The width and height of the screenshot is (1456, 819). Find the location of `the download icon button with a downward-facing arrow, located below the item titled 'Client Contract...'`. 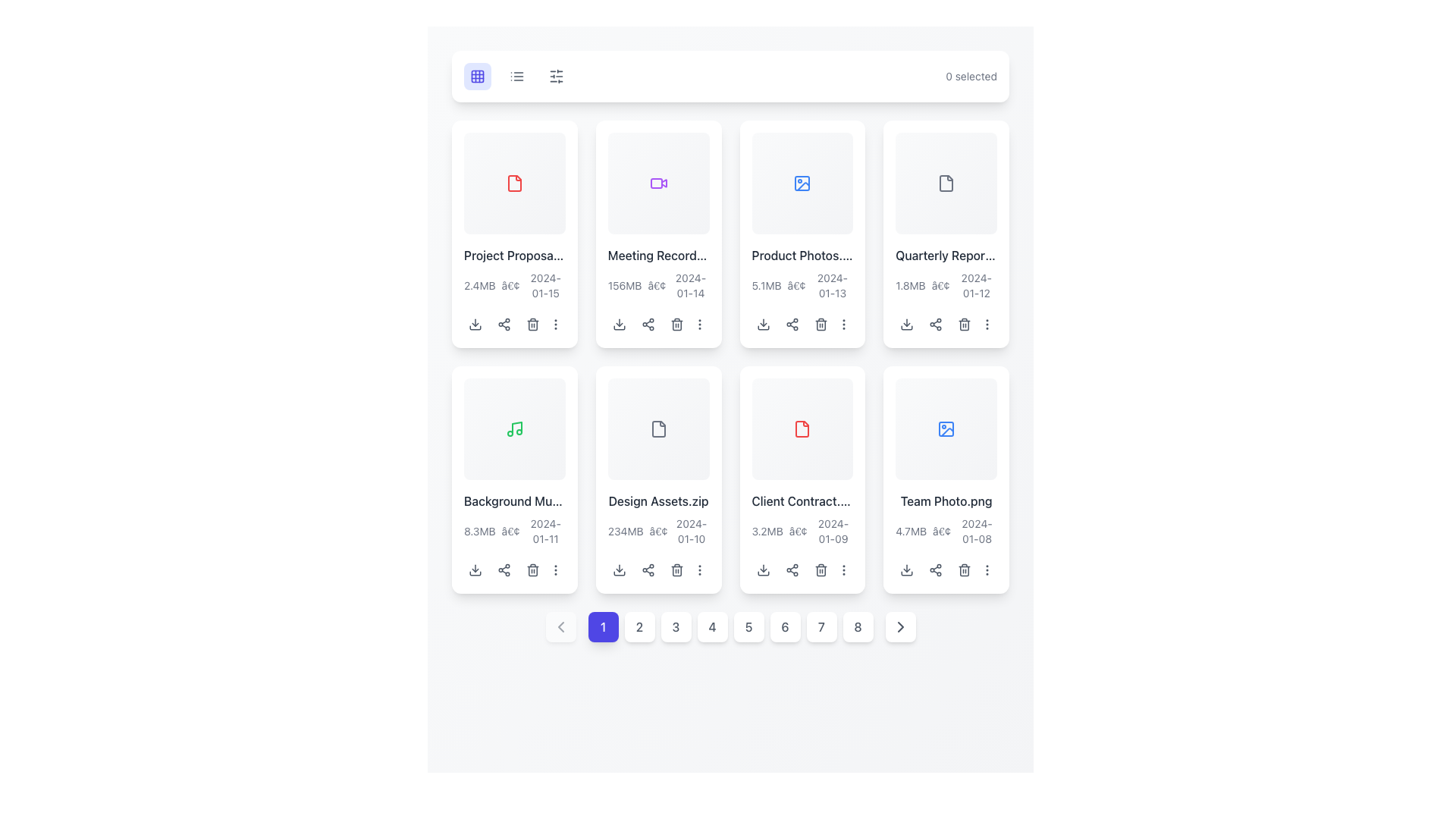

the download icon button with a downward-facing arrow, located below the item titled 'Client Contract...' is located at coordinates (763, 570).